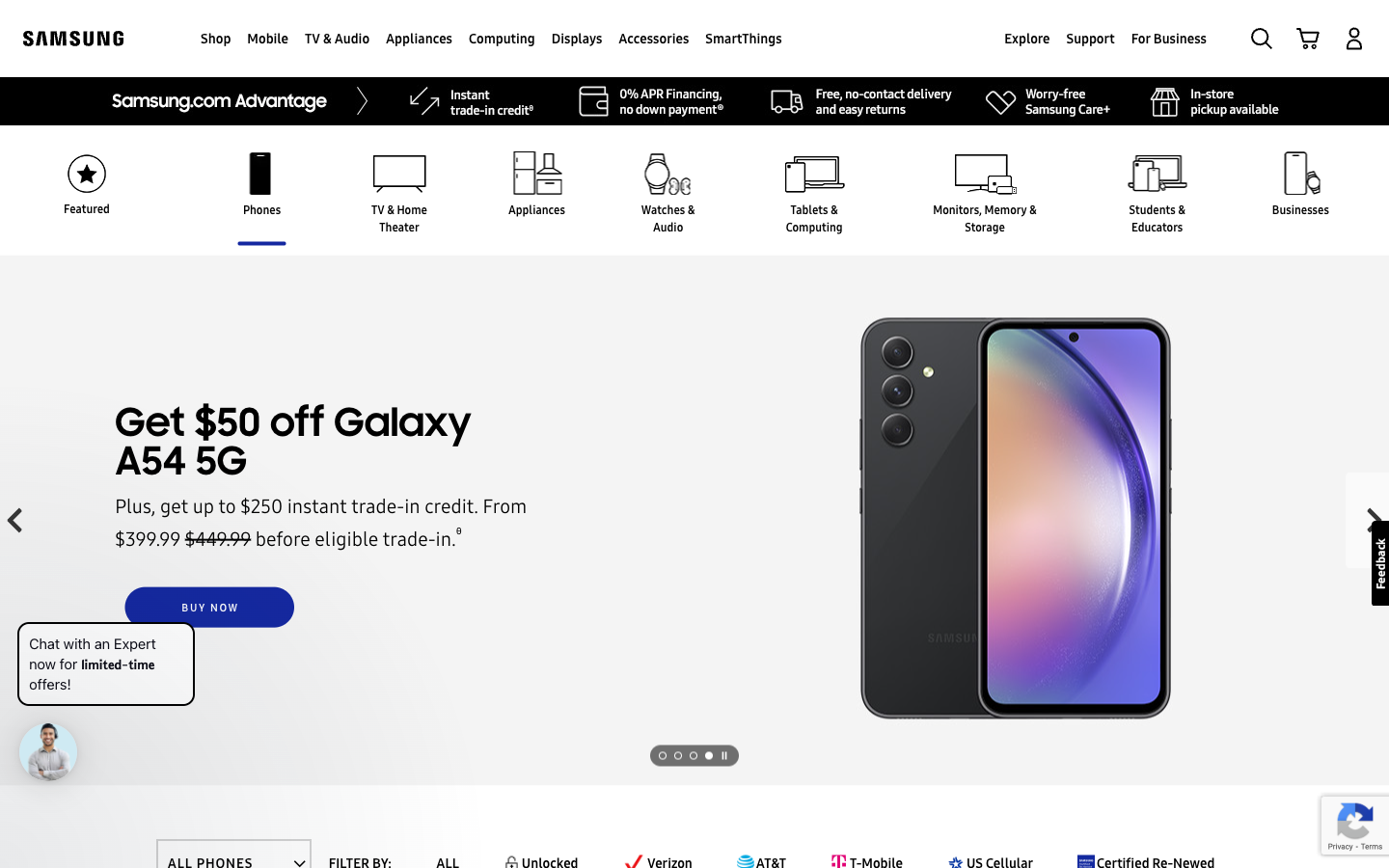 Image resolution: width=1389 pixels, height=868 pixels. Describe the element at coordinates (722, 754) in the screenshot. I see `the subsequent visual presentation` at that location.